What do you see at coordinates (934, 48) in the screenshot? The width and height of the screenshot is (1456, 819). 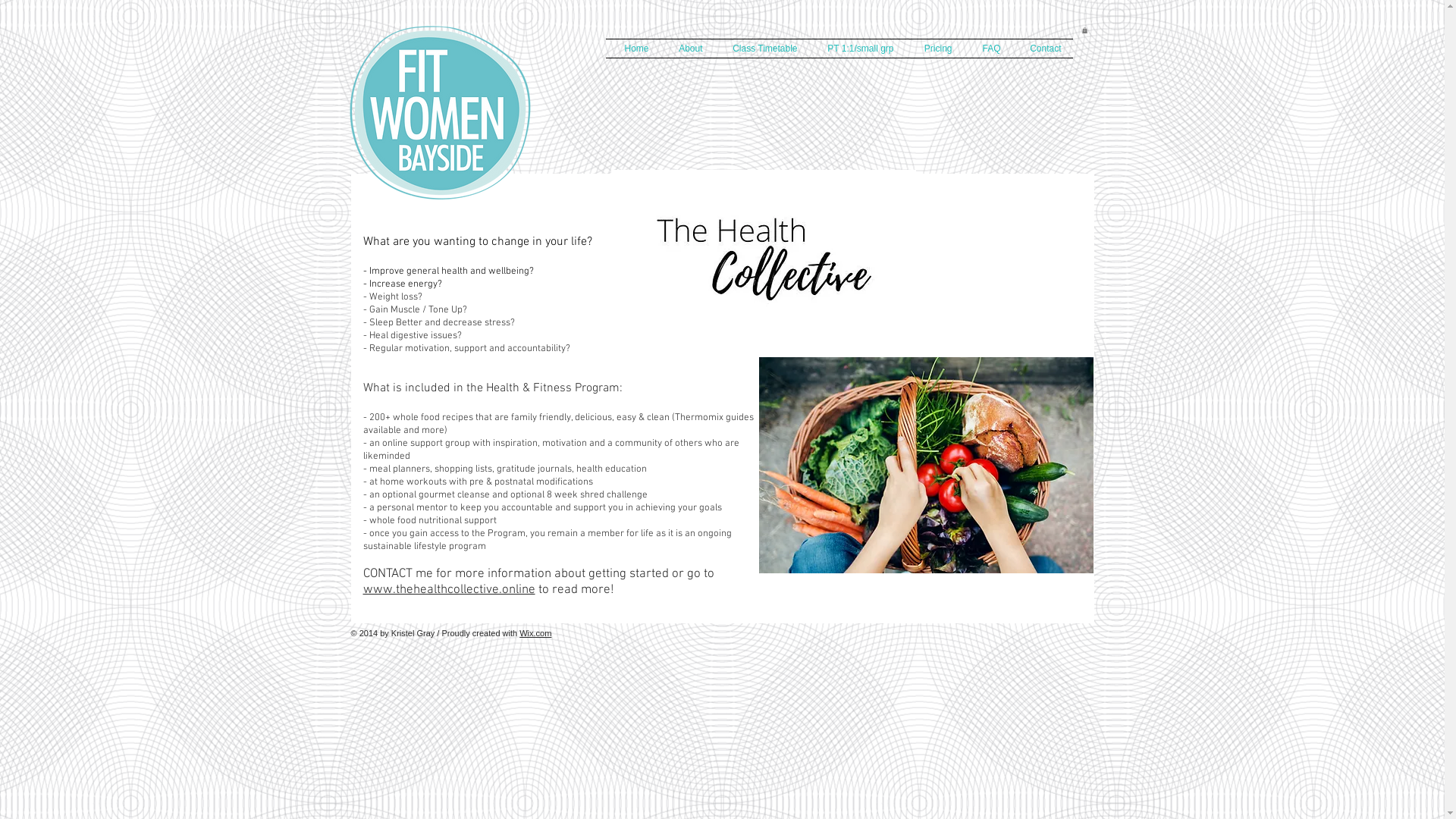 I see `'Pricing'` at bounding box center [934, 48].